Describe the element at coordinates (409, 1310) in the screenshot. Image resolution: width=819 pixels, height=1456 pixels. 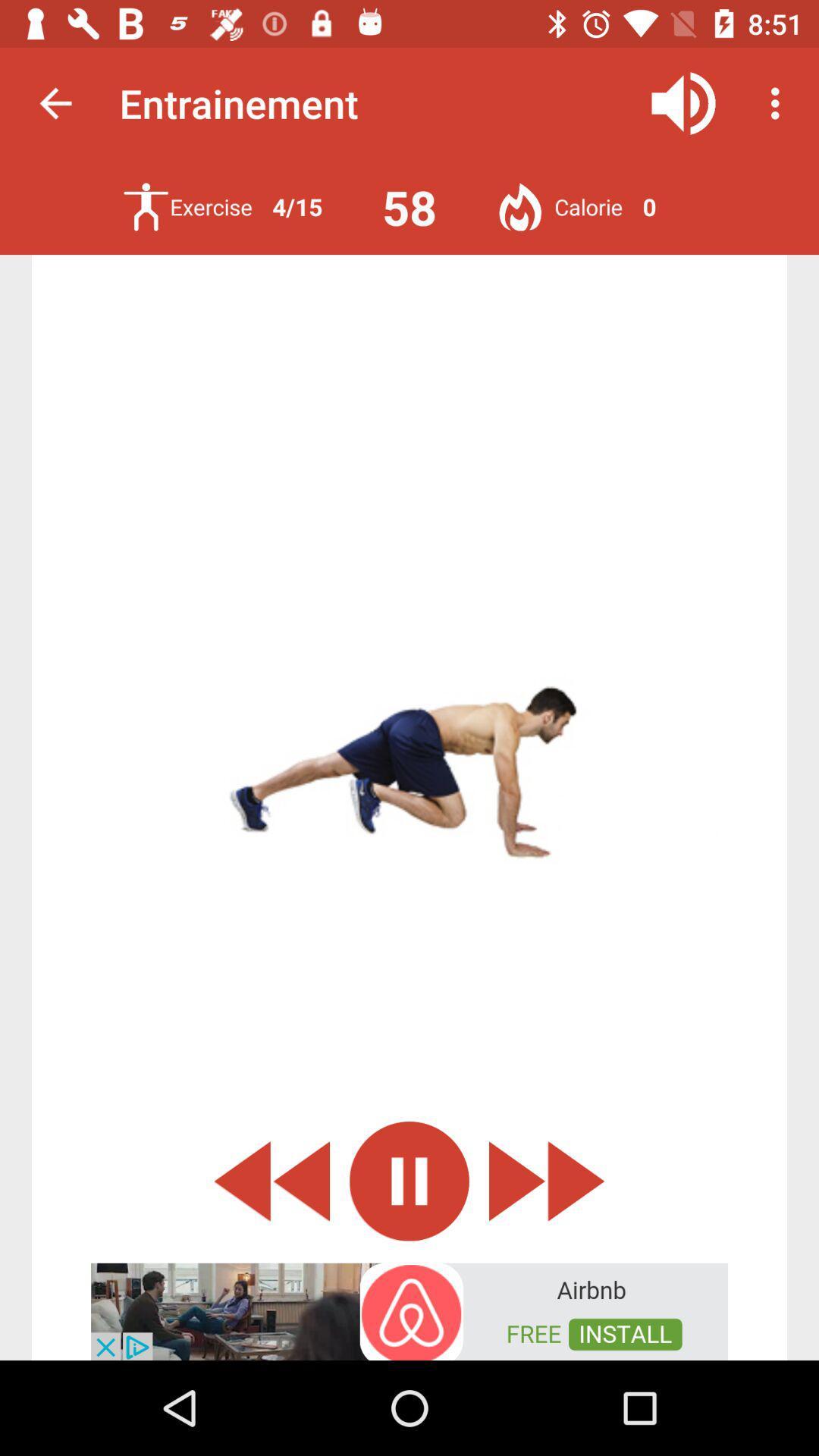
I see `airbnb advertisement` at that location.